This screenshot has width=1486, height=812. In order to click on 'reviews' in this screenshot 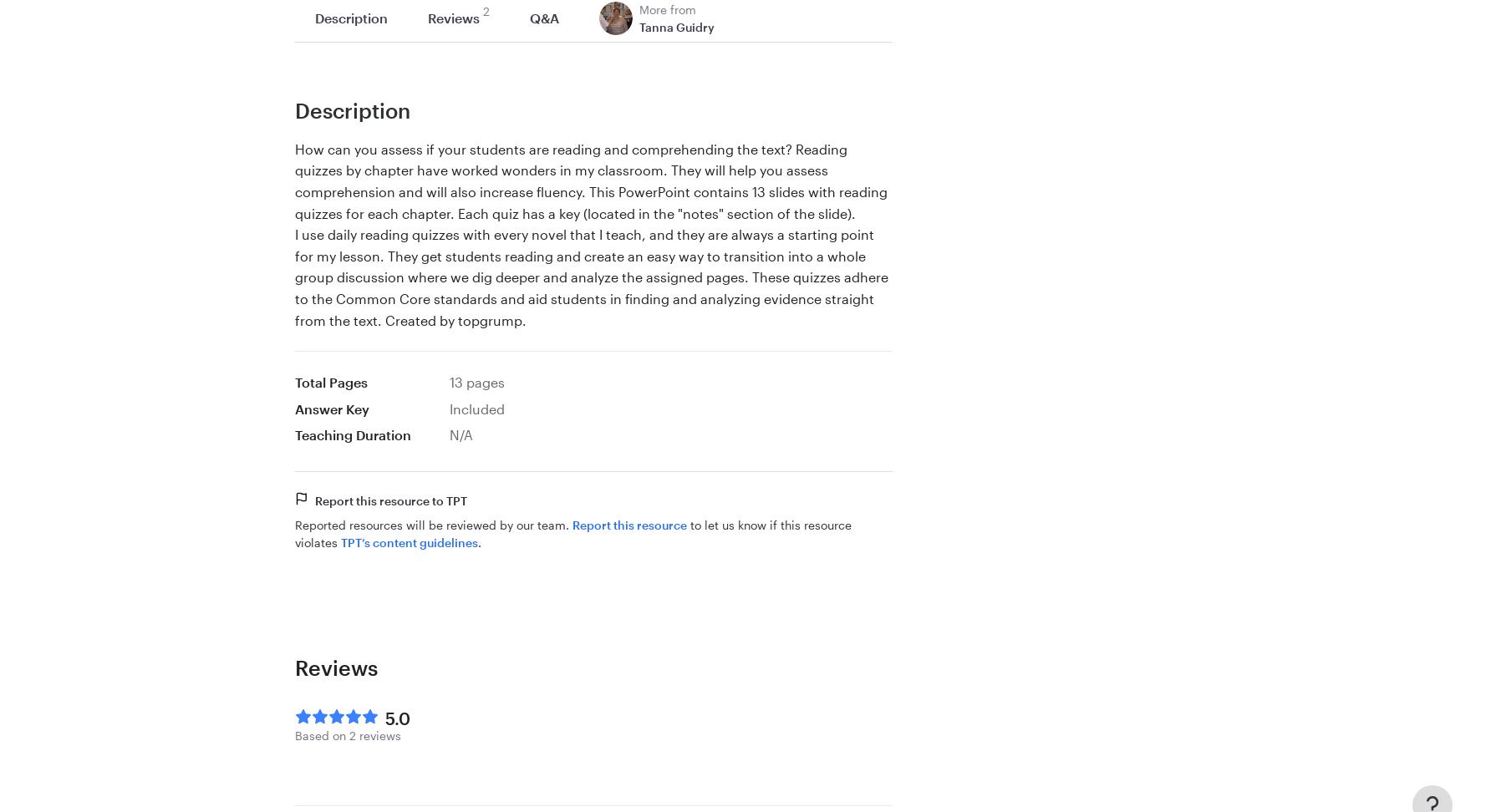, I will do `click(378, 734)`.